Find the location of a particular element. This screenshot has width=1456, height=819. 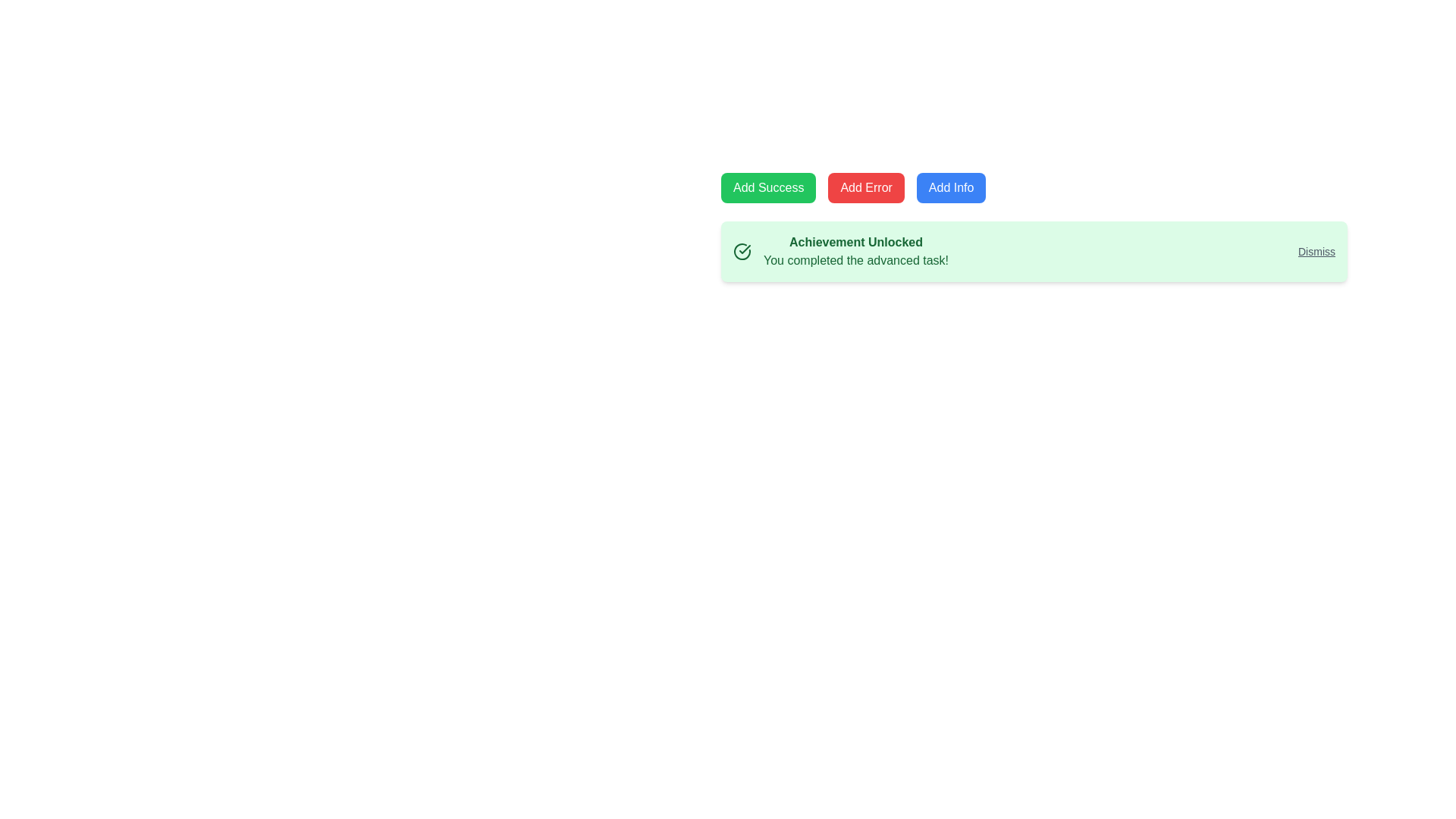

the 'Add Info' button, which is a rectangular button with rounded edges, blue background, and white text is located at coordinates (950, 187).